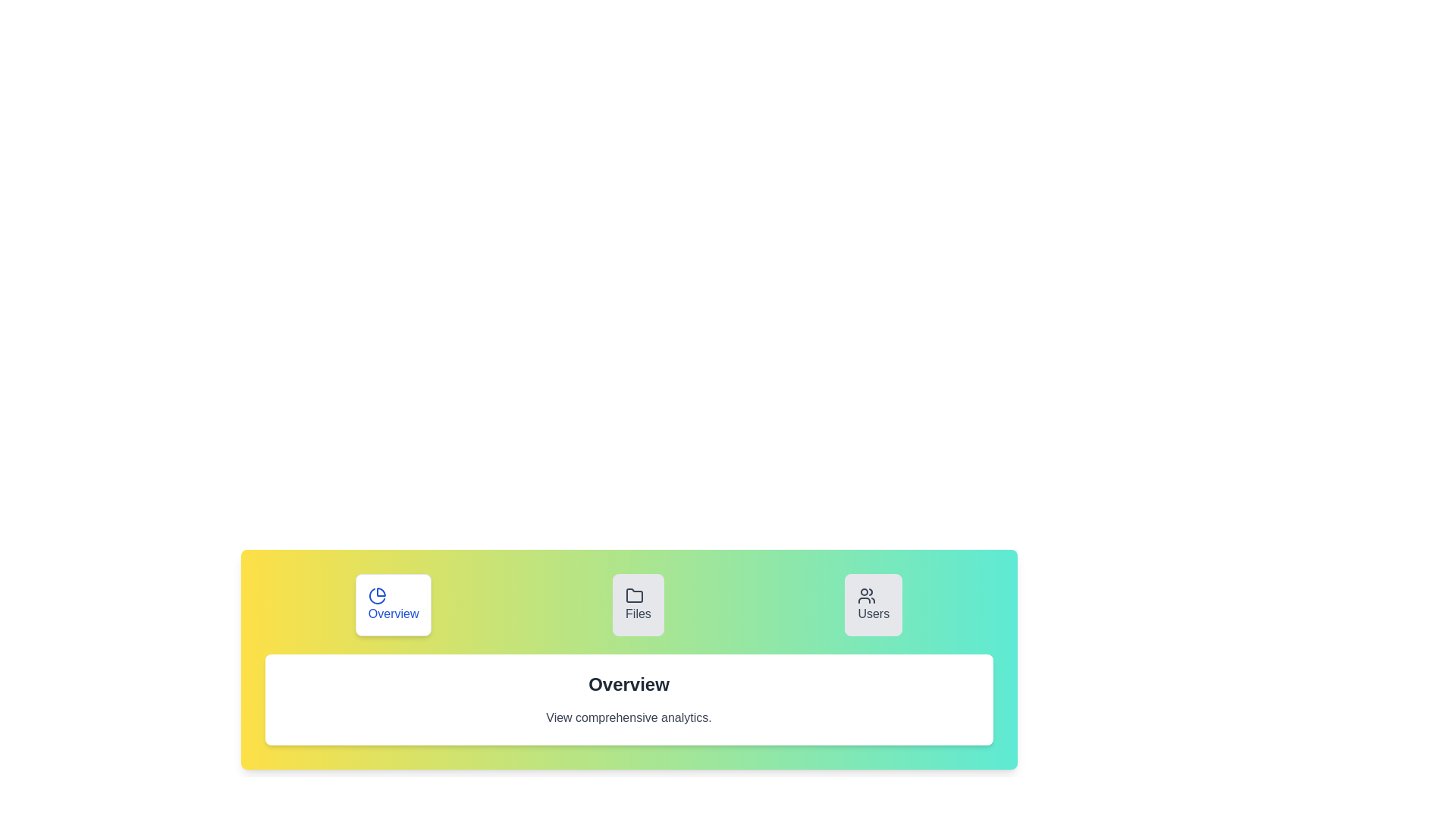 The width and height of the screenshot is (1456, 819). What do you see at coordinates (874, 604) in the screenshot?
I see `the Users tab to inspect its content` at bounding box center [874, 604].